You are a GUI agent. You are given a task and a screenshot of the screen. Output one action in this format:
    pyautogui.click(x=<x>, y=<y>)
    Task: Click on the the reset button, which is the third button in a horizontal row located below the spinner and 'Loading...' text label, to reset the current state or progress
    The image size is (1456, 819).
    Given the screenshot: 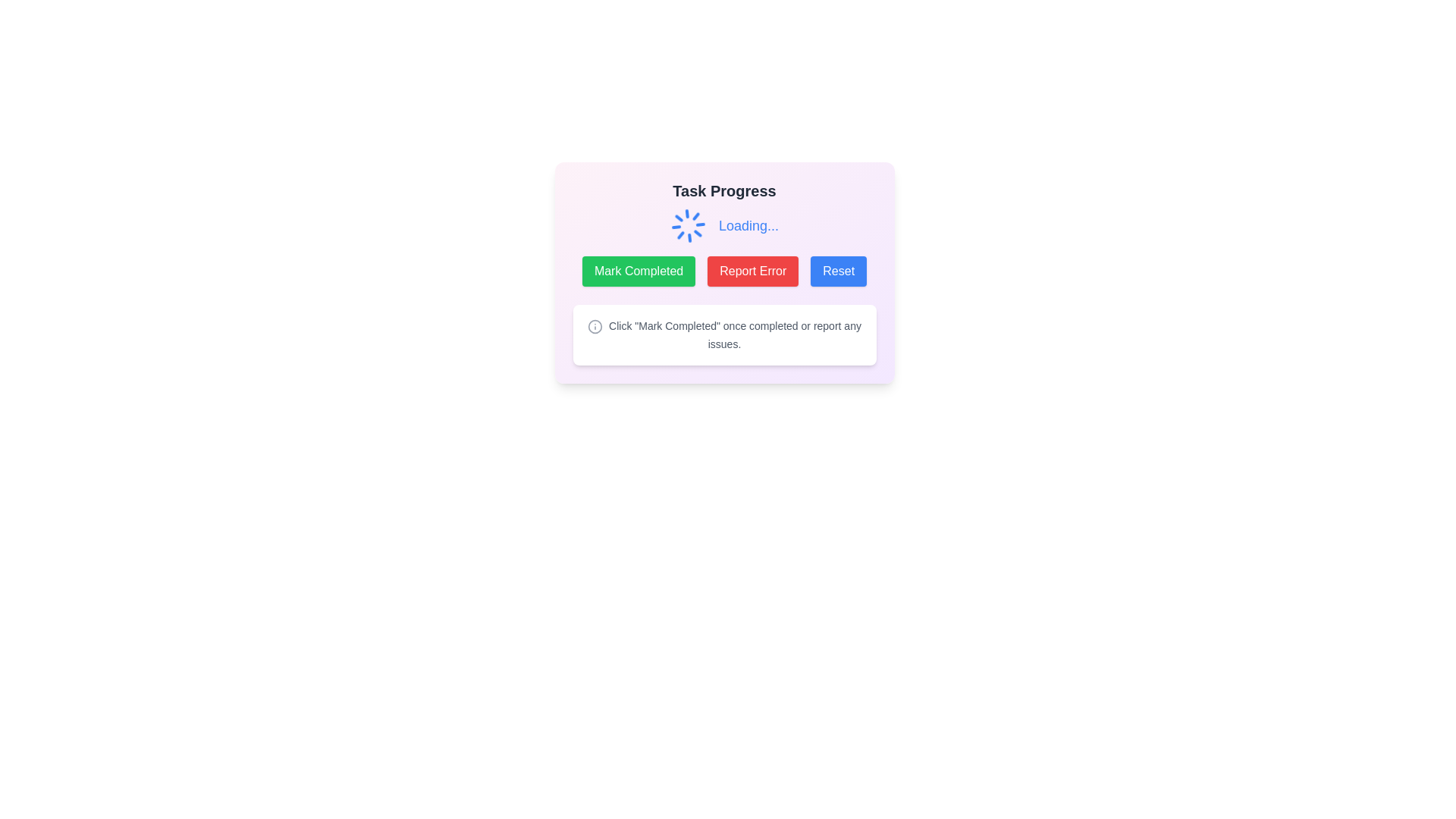 What is the action you would take?
    pyautogui.click(x=838, y=271)
    